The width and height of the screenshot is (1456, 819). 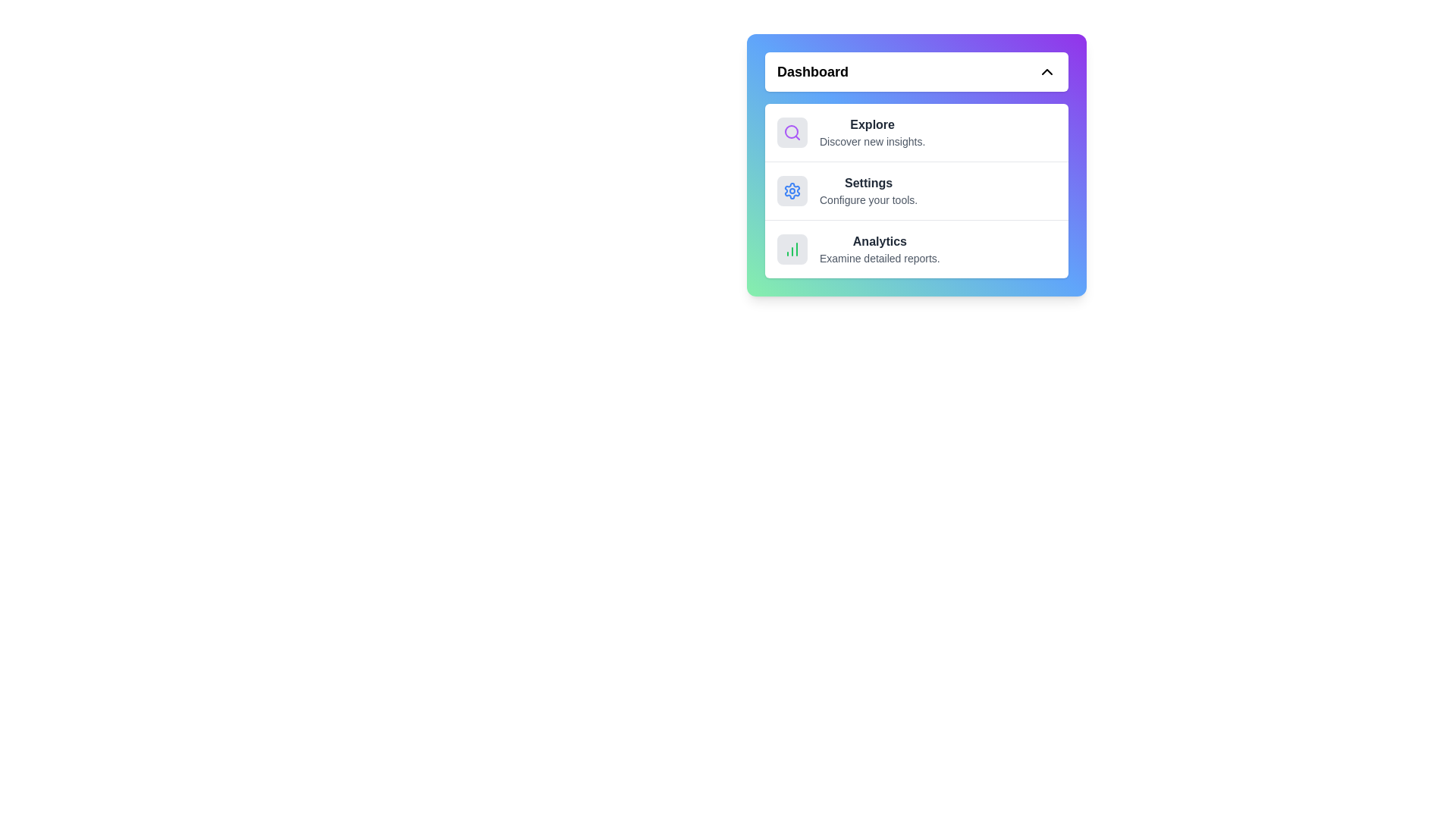 What do you see at coordinates (916, 131) in the screenshot?
I see `the menu item corresponding to Explore` at bounding box center [916, 131].